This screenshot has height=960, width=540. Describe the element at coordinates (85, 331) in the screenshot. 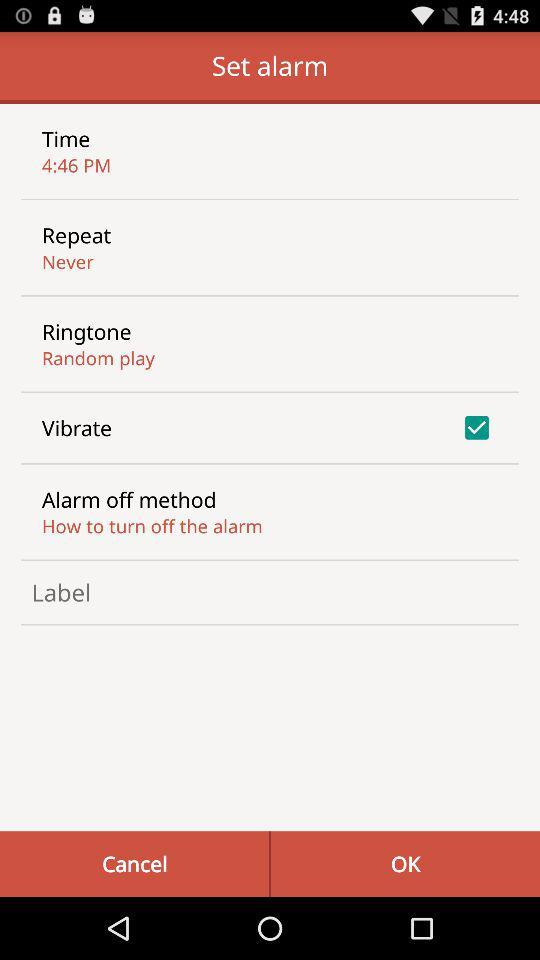

I see `icon above random play item` at that location.